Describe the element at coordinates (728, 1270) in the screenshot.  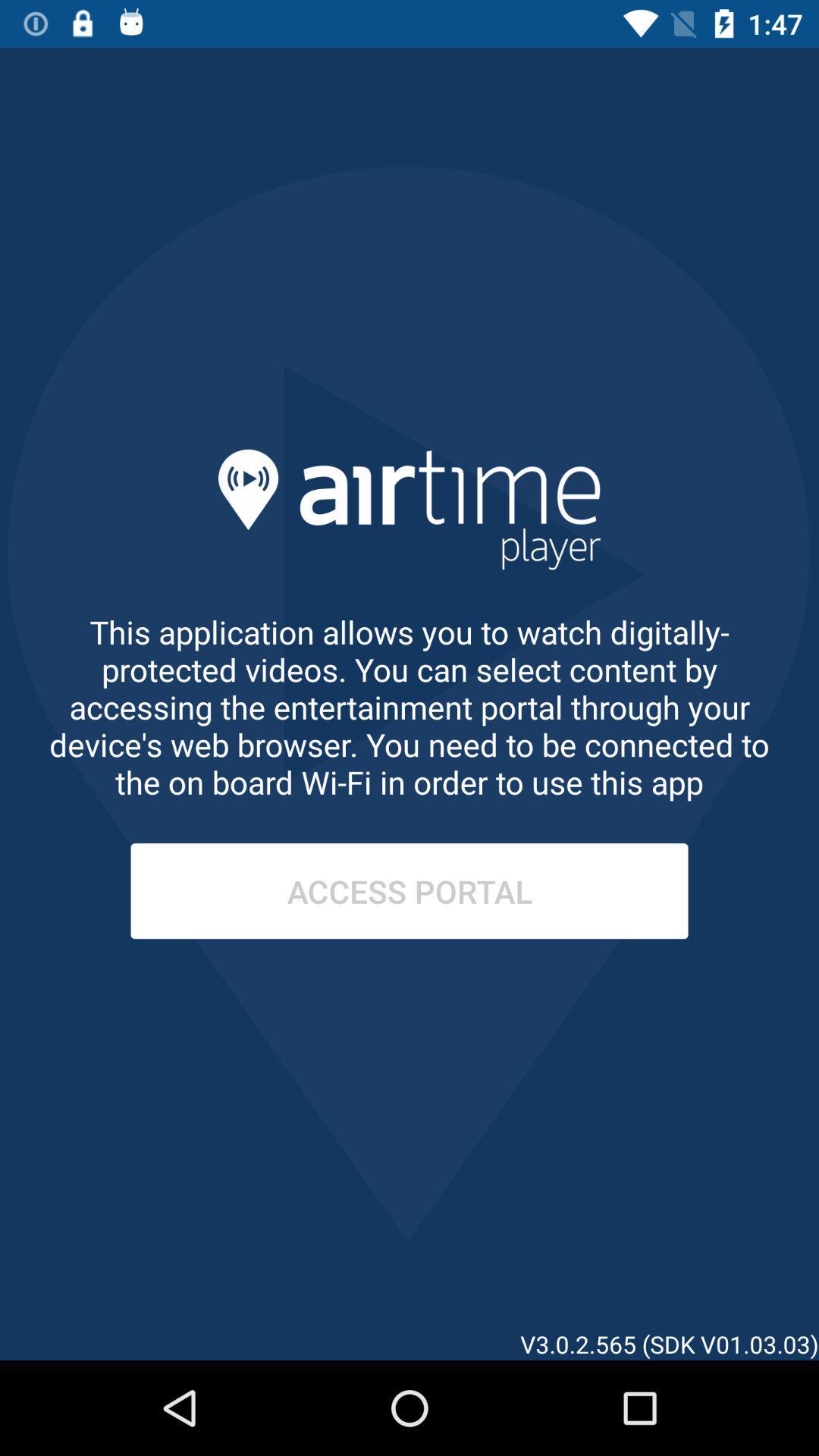
I see `icon below access portal item` at that location.